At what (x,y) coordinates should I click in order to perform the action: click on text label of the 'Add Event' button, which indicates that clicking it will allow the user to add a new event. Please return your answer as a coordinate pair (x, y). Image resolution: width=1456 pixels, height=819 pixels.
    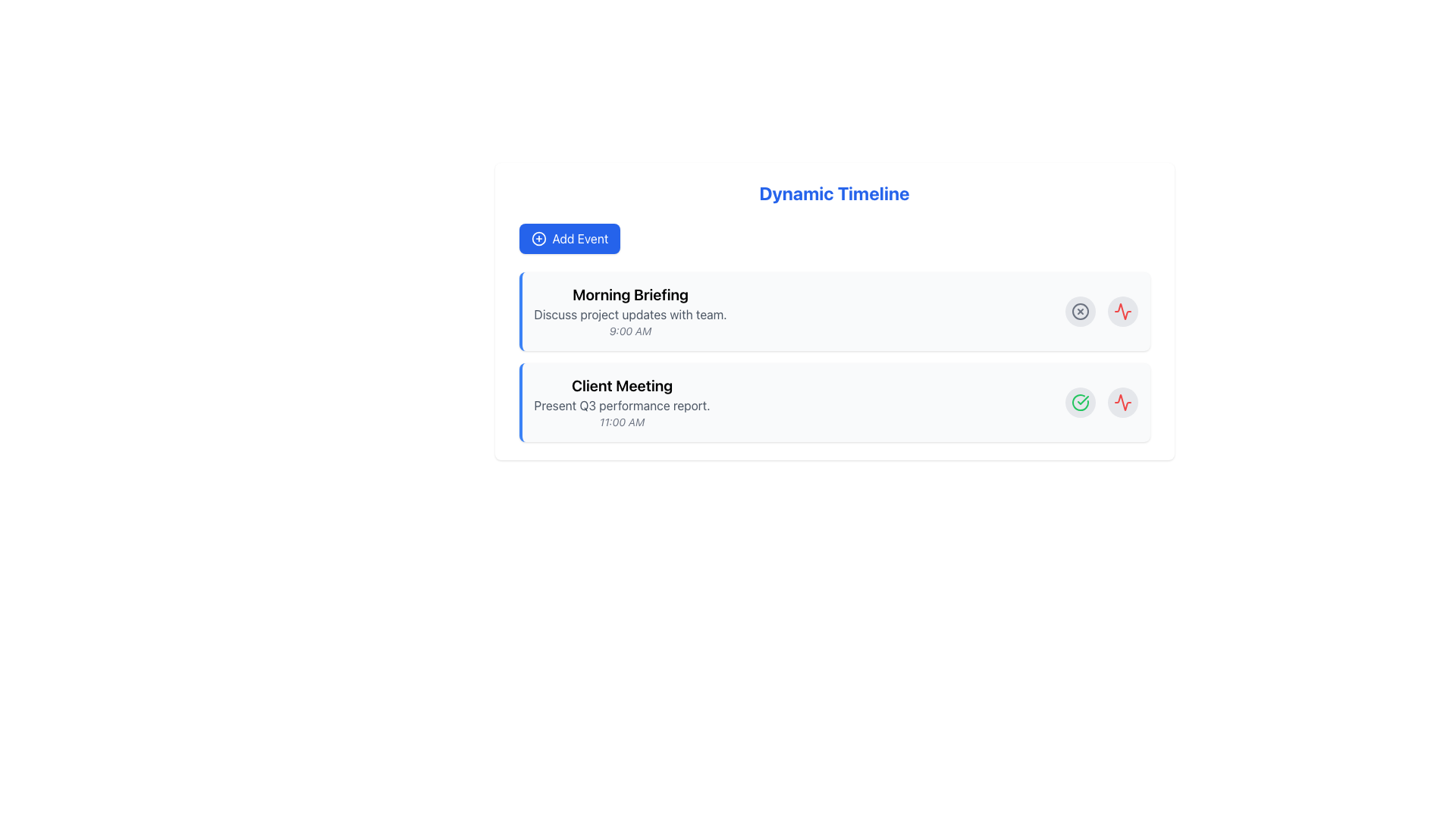
    Looking at the image, I should click on (579, 239).